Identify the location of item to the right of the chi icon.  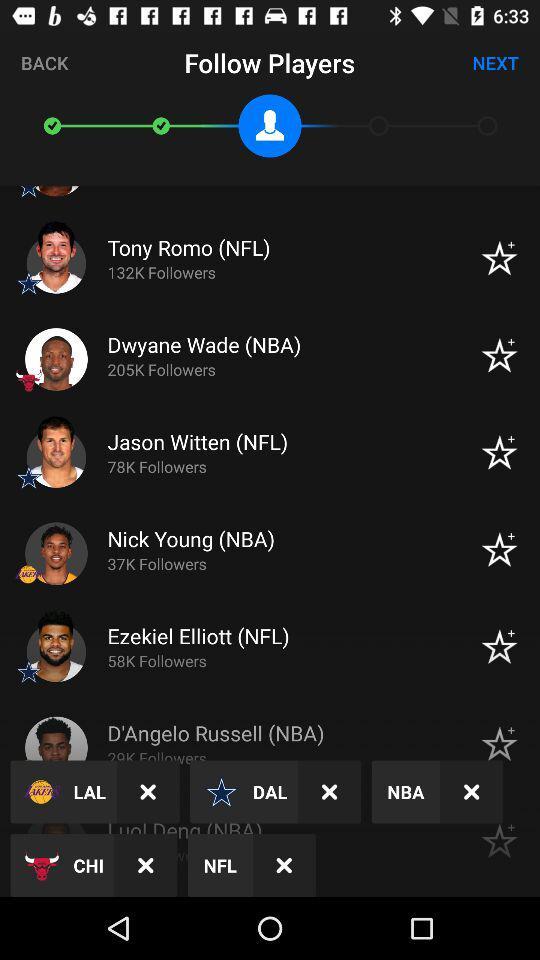
(144, 864).